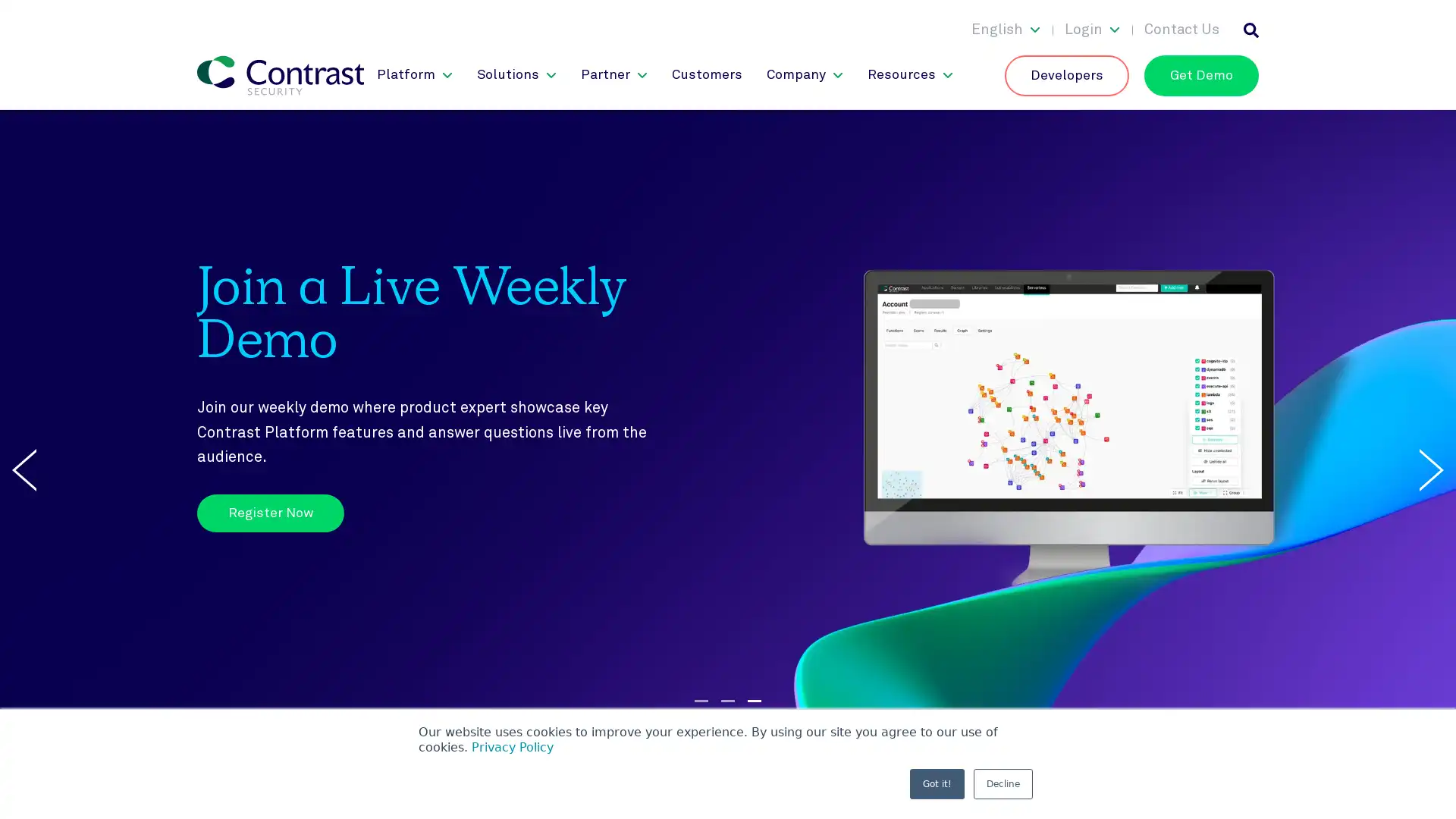  I want to click on Next, so click(1430, 468).